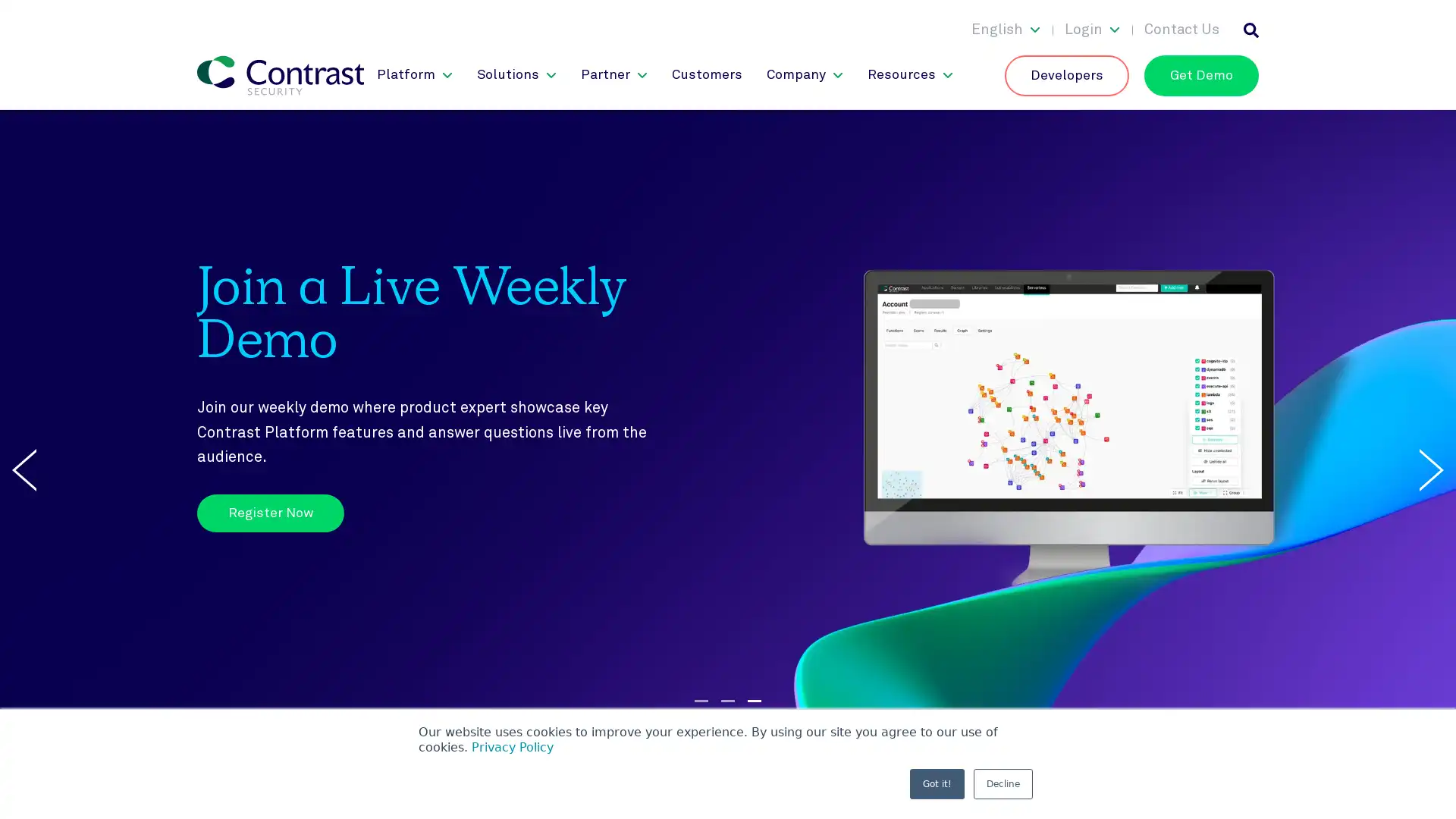  I want to click on Next, so click(1430, 468).